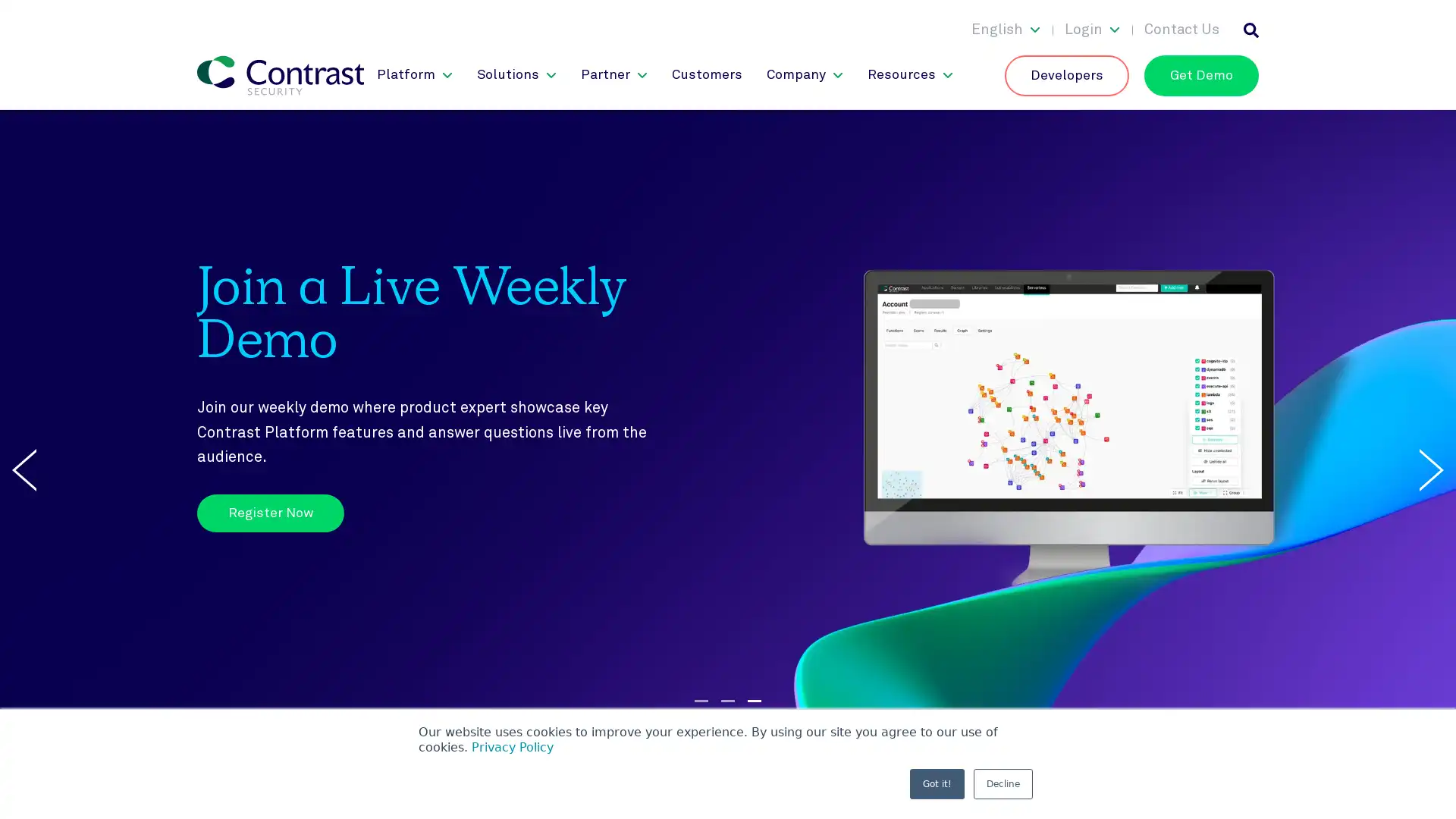  I want to click on Next, so click(1430, 468).